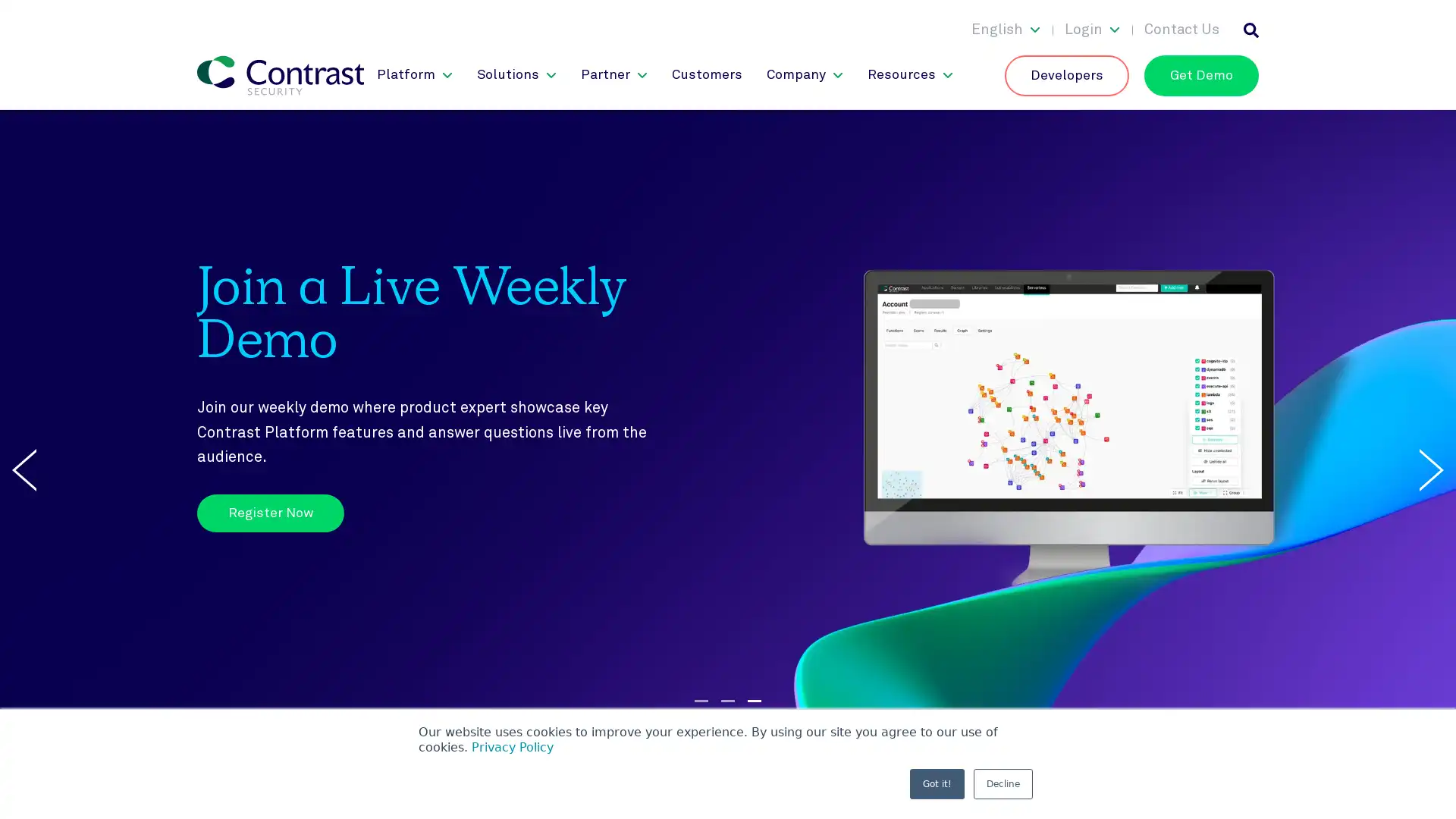  I want to click on Next, so click(1430, 468).